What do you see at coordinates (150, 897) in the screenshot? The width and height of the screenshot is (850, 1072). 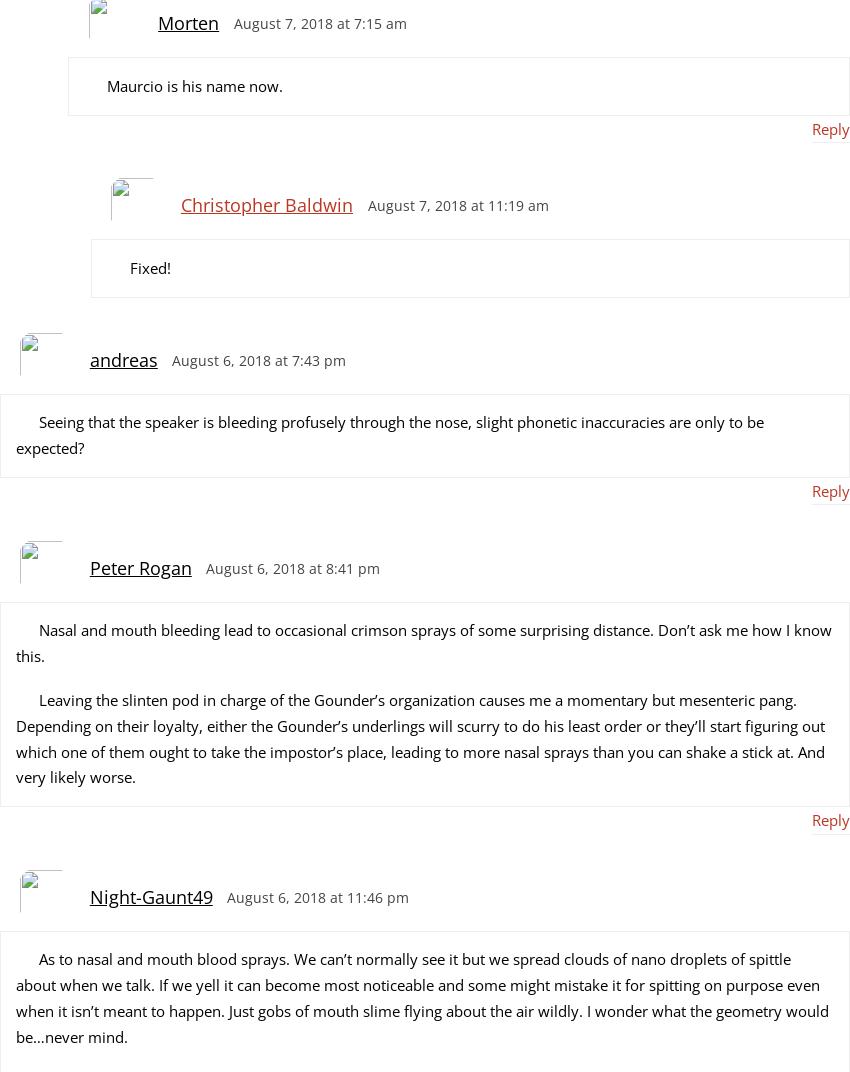 I see `'Night-Gaunt49'` at bounding box center [150, 897].